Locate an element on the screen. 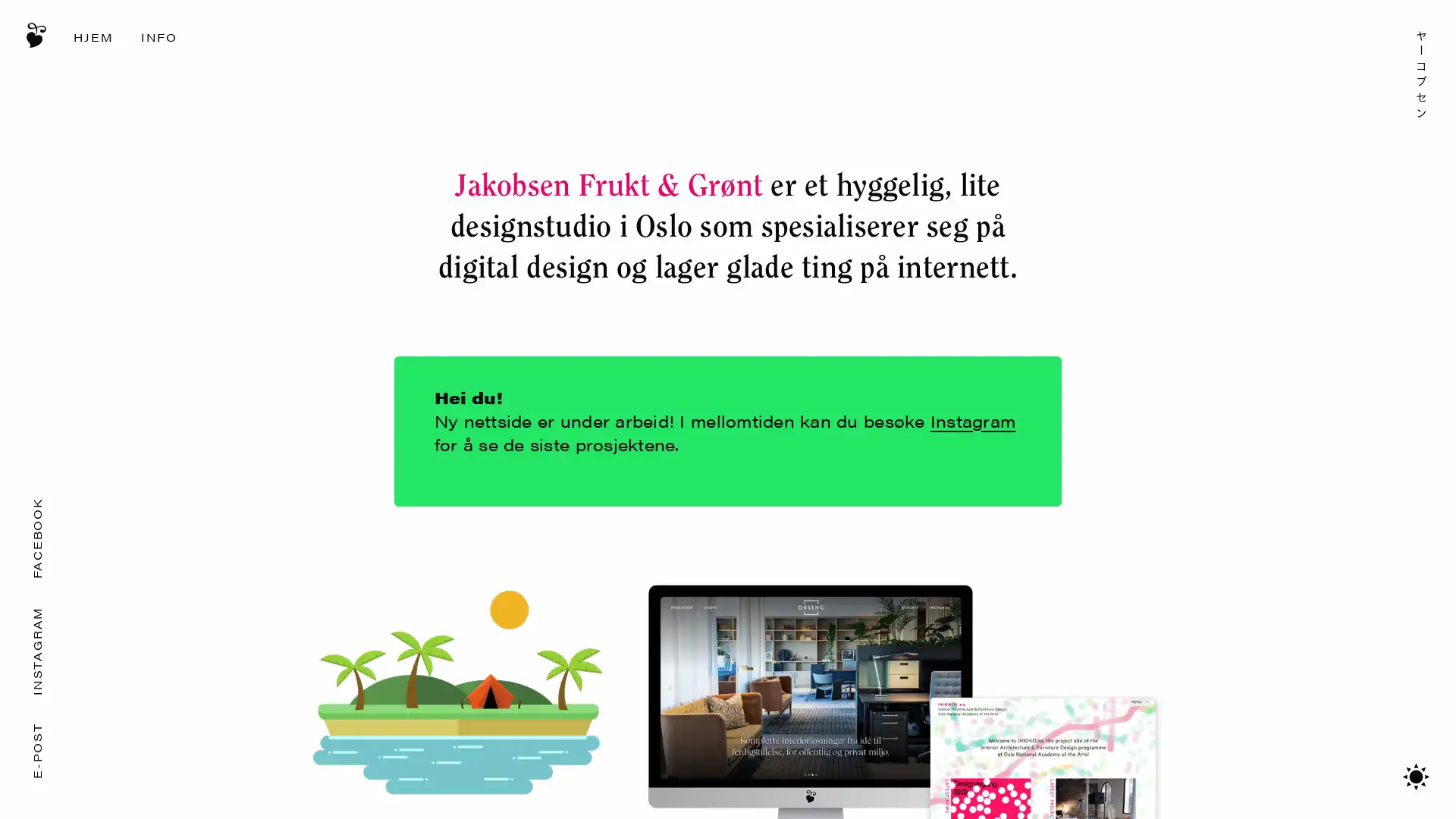  Bytt mellom mrkt/lyst tema is located at coordinates (1414, 777).